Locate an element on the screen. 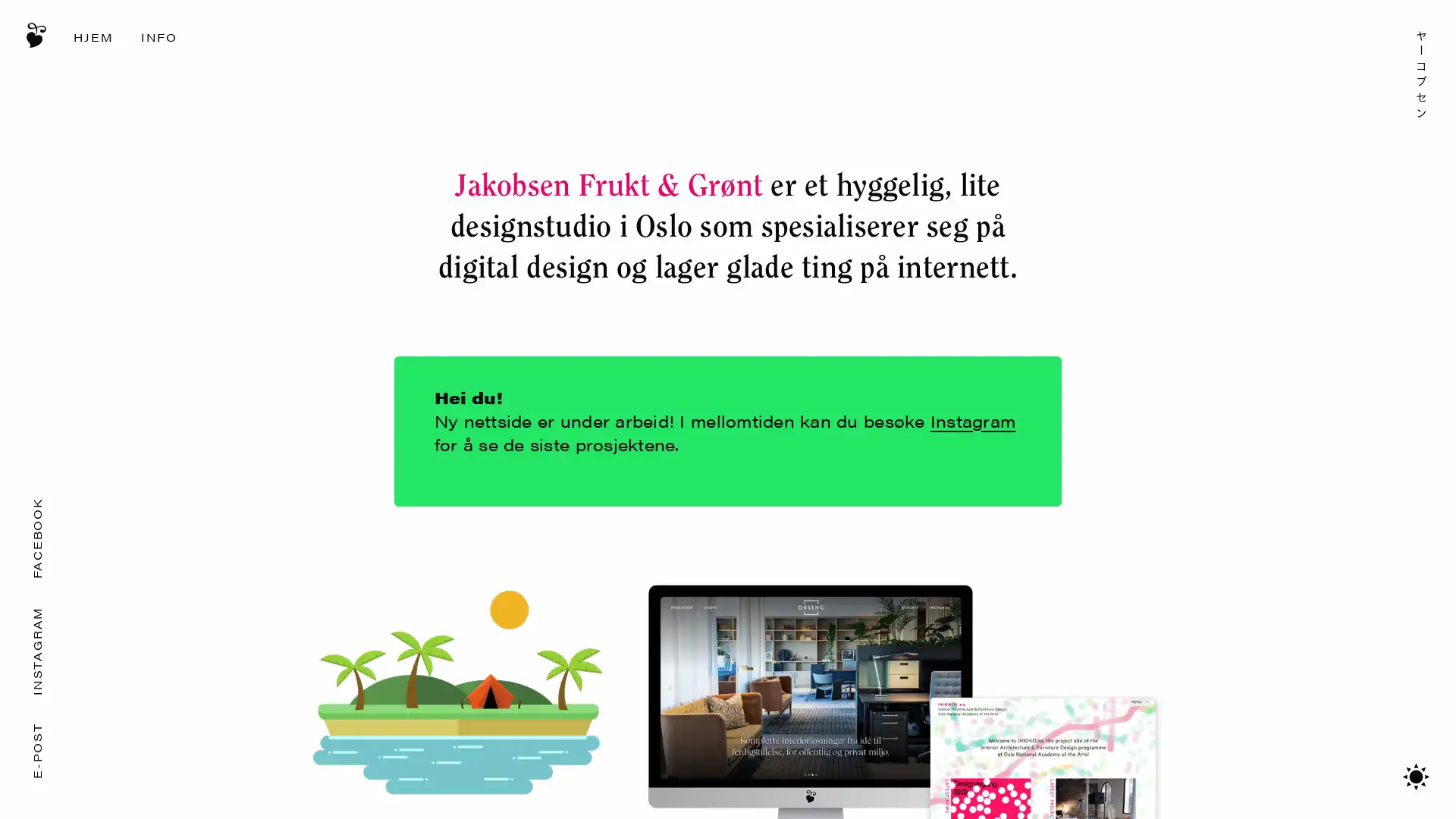  Bytt mellom mrkt/lyst tema is located at coordinates (1414, 777).